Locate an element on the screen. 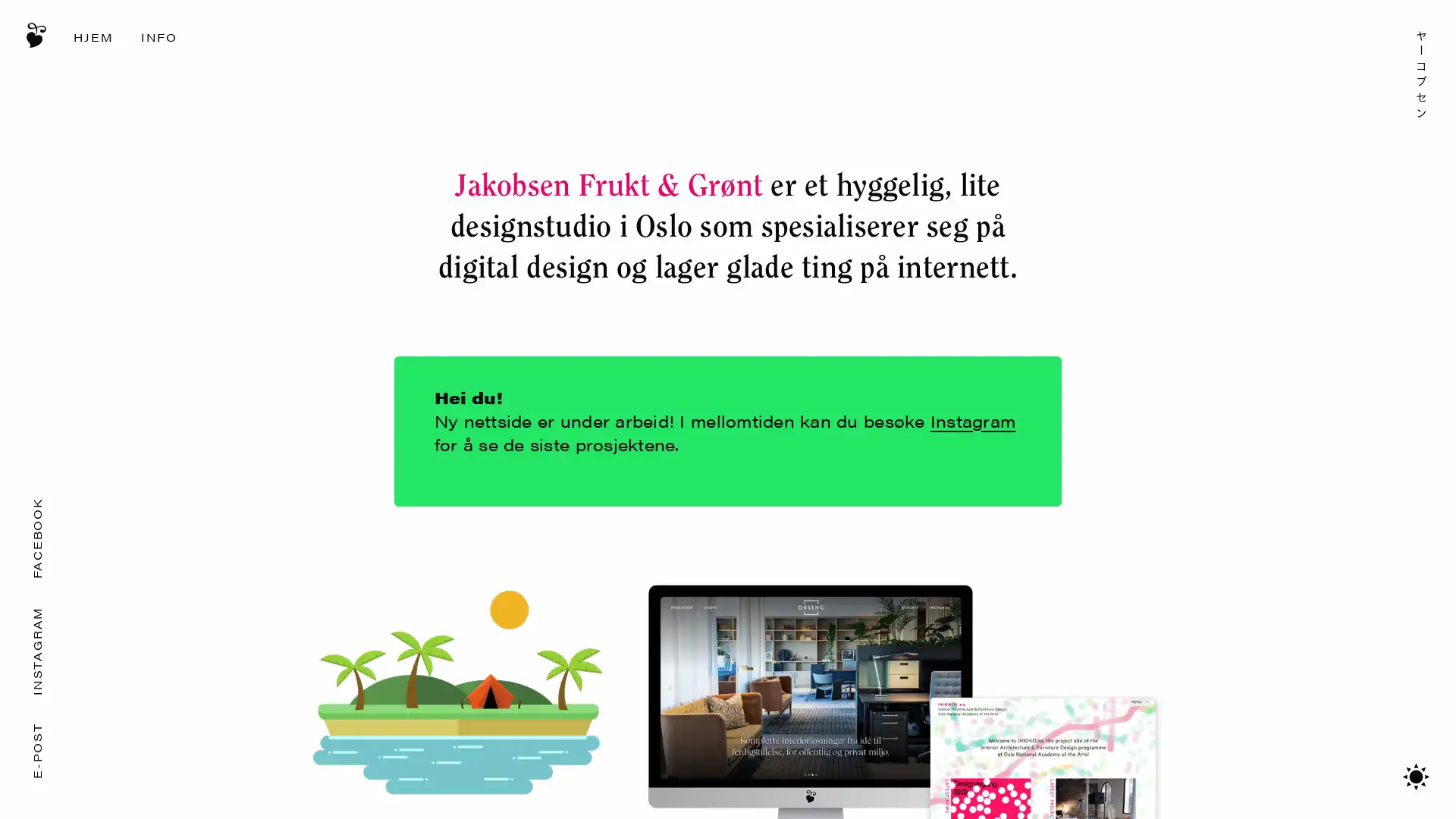  Bytt mellom mrkt/lyst tema is located at coordinates (1414, 777).